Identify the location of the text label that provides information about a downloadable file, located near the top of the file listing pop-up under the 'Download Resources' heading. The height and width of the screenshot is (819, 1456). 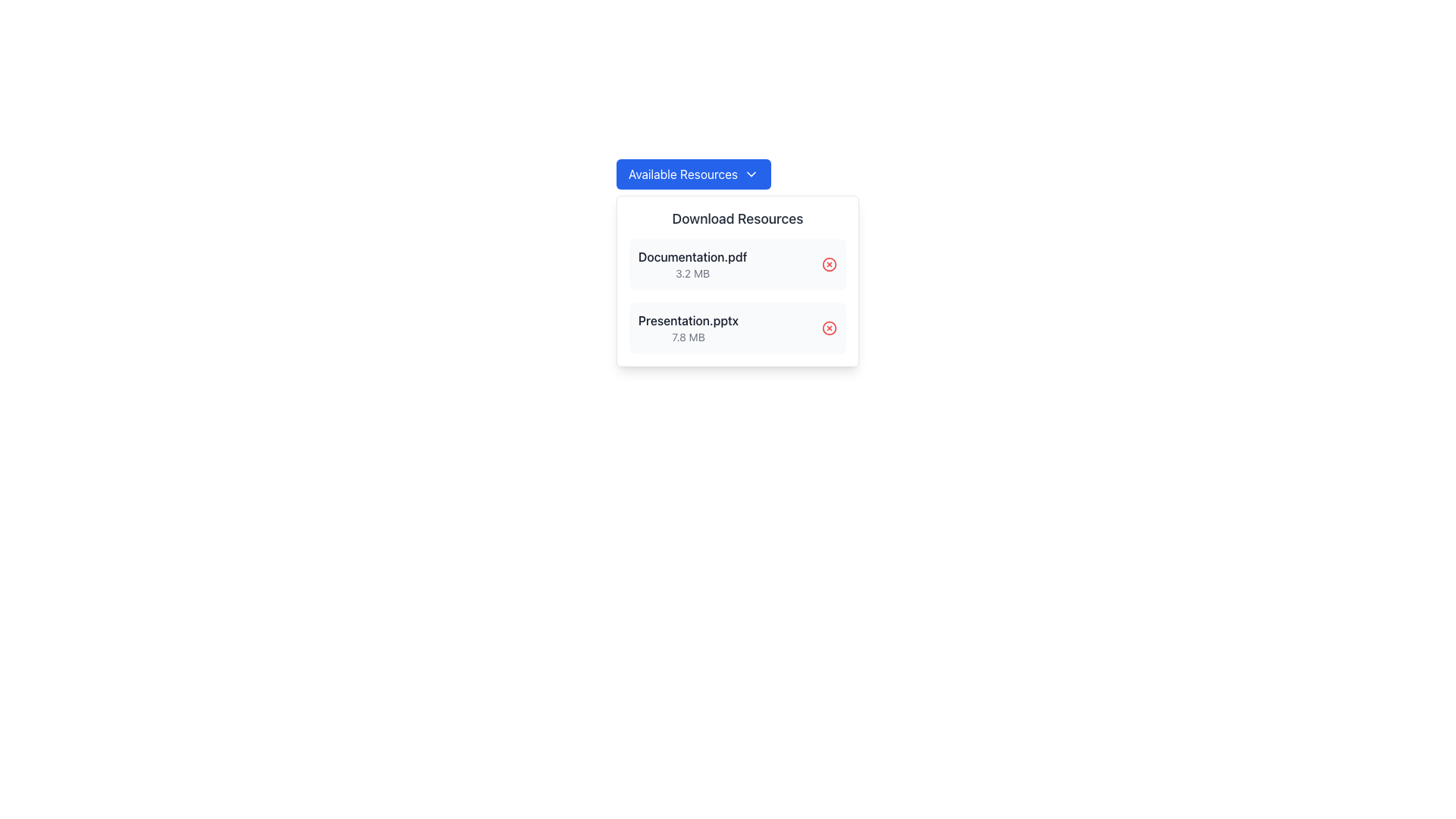
(692, 263).